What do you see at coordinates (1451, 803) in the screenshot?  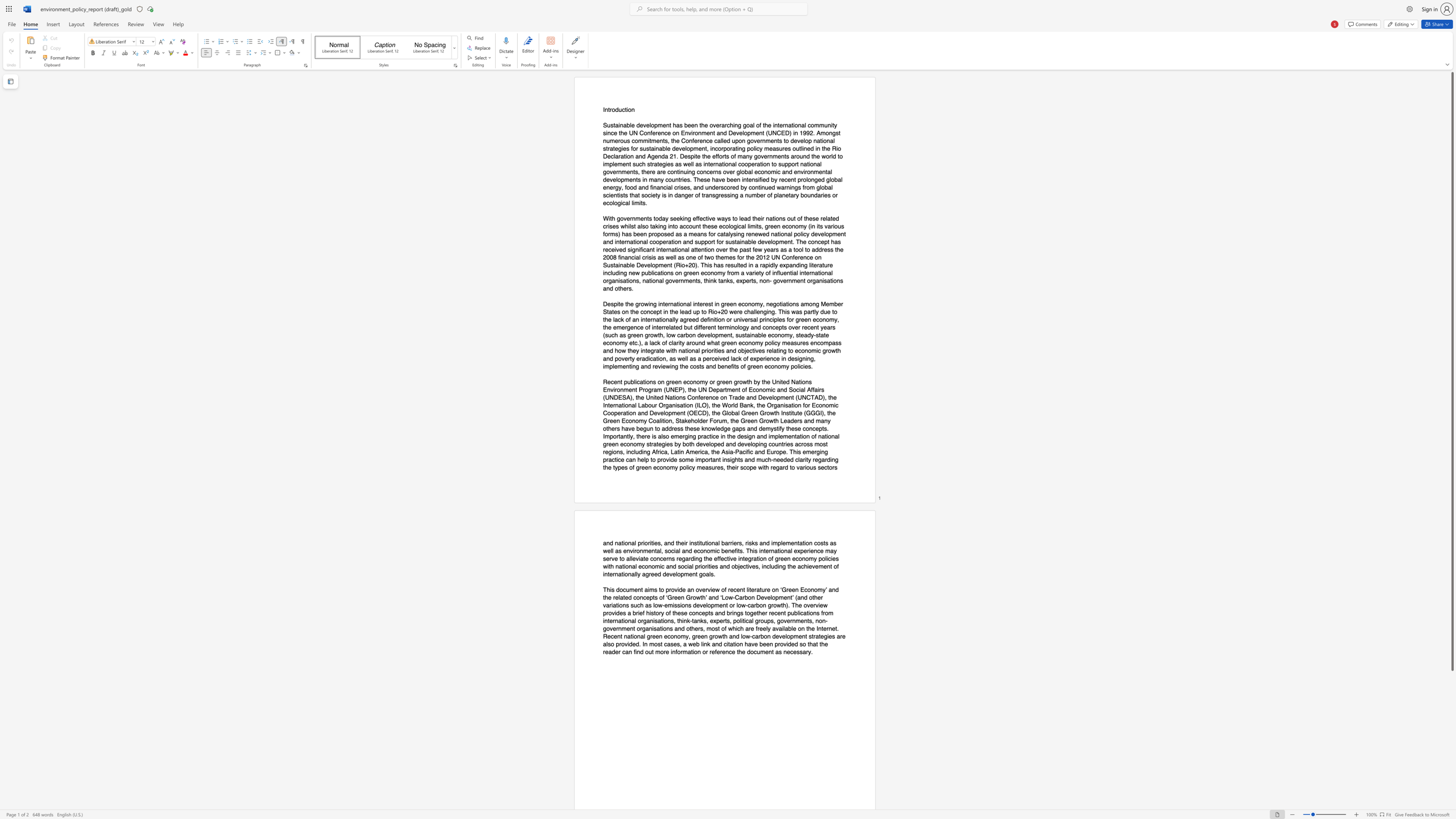 I see `the scrollbar to adjust the page downward` at bounding box center [1451, 803].